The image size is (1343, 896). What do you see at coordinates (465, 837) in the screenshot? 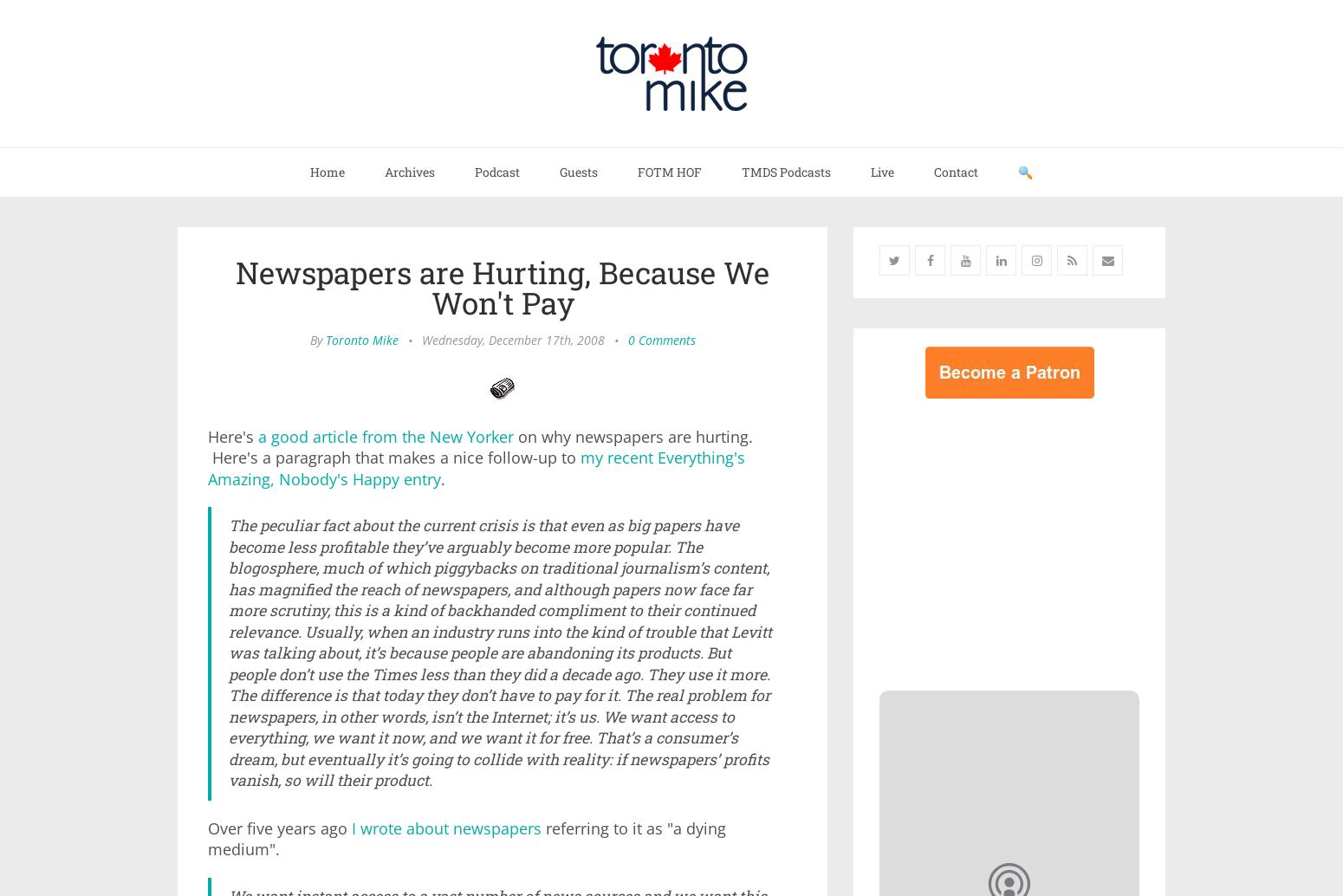
I see `'referring to it as "a dying medium".'` at bounding box center [465, 837].